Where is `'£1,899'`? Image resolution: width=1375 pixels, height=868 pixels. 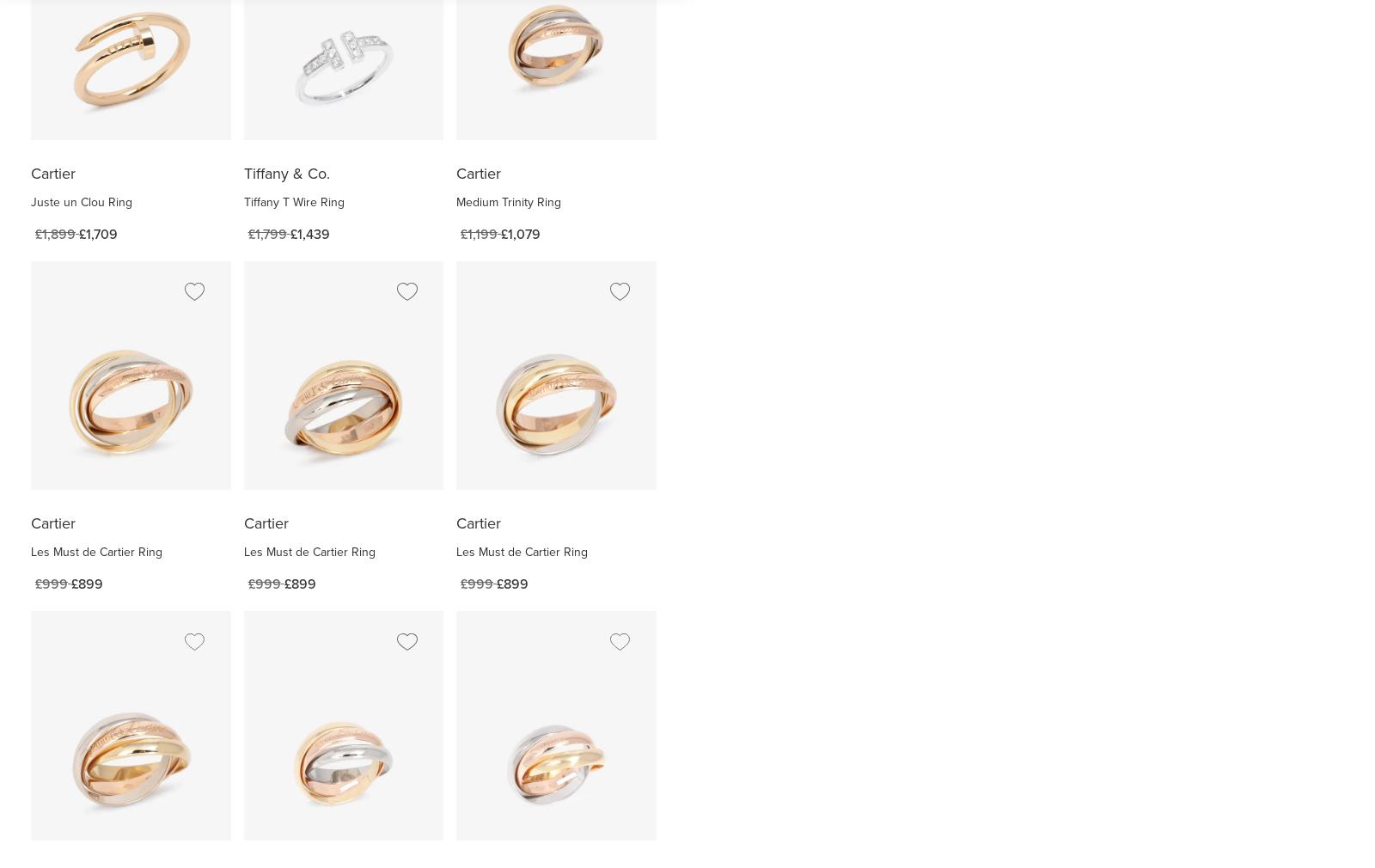
'£1,899' is located at coordinates (54, 233).